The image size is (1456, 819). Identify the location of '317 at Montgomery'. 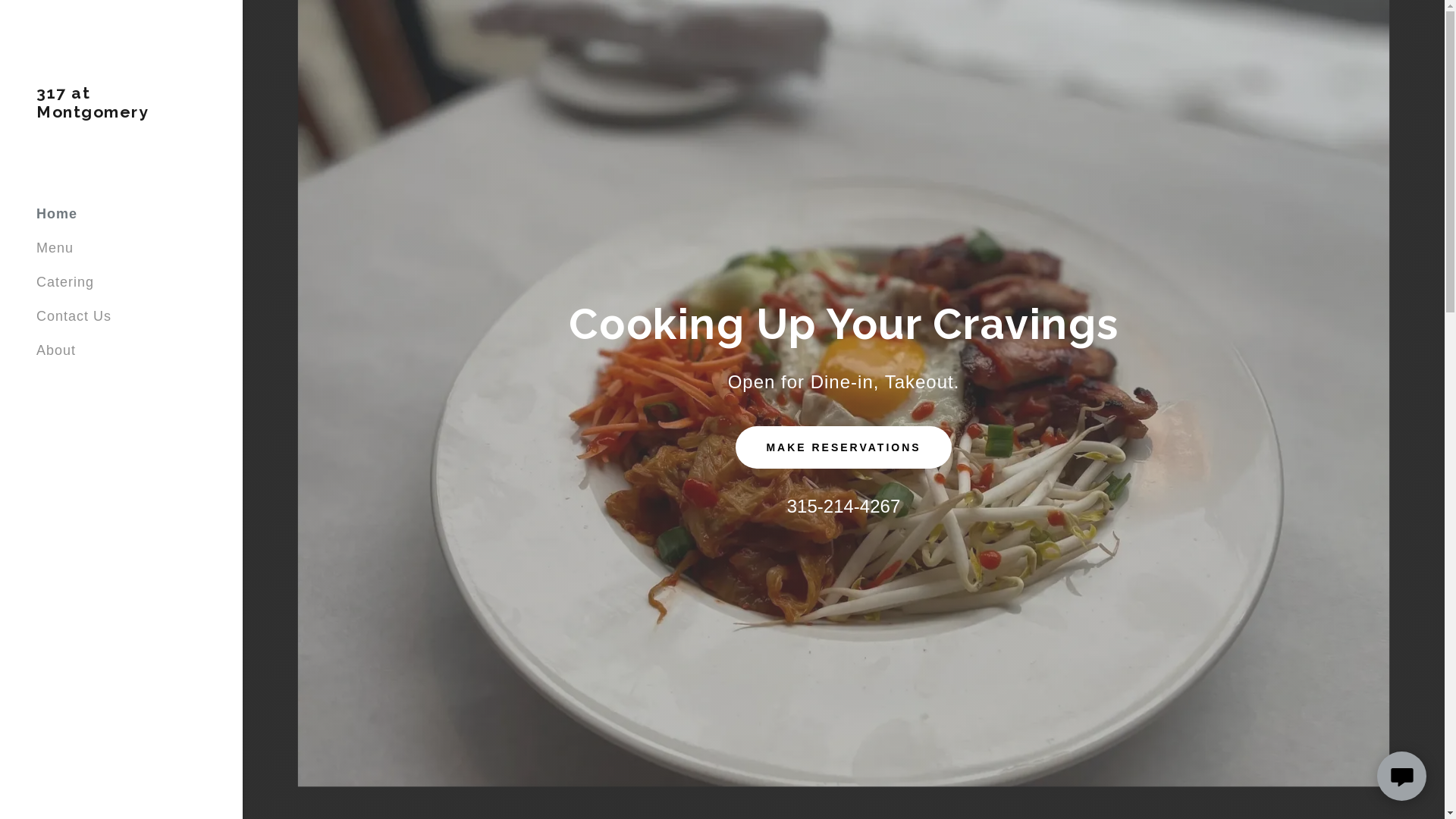
(36, 112).